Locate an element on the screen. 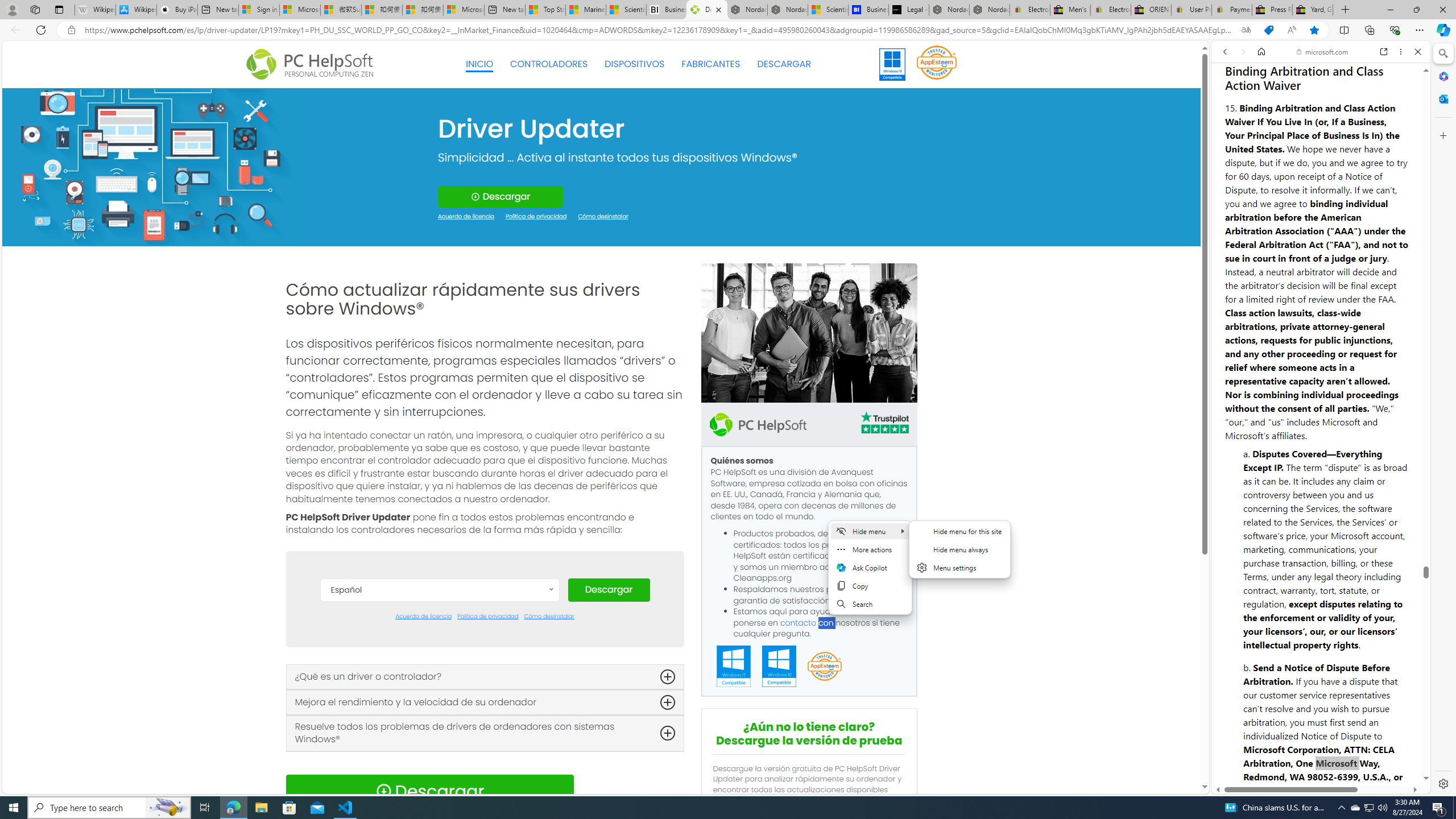 This screenshot has width=1456, height=819. 'INICIO' is located at coordinates (479, 64).